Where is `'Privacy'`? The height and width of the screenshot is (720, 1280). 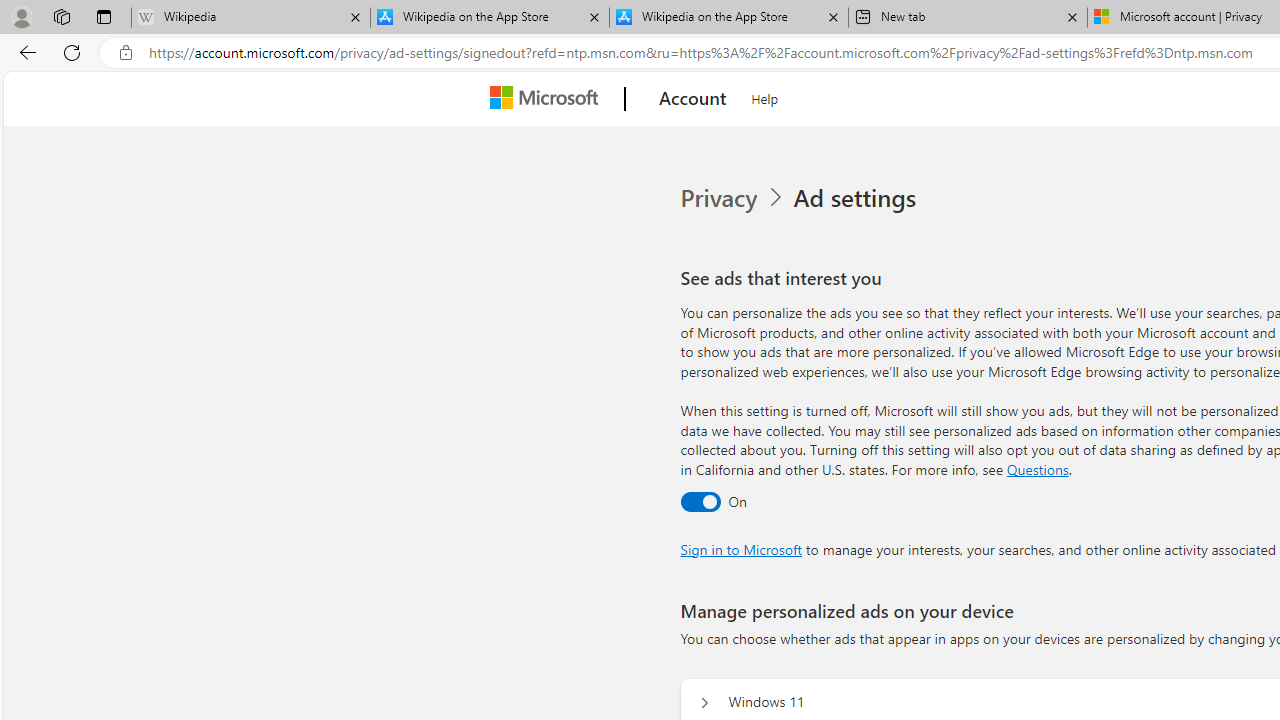 'Privacy' is located at coordinates (720, 198).